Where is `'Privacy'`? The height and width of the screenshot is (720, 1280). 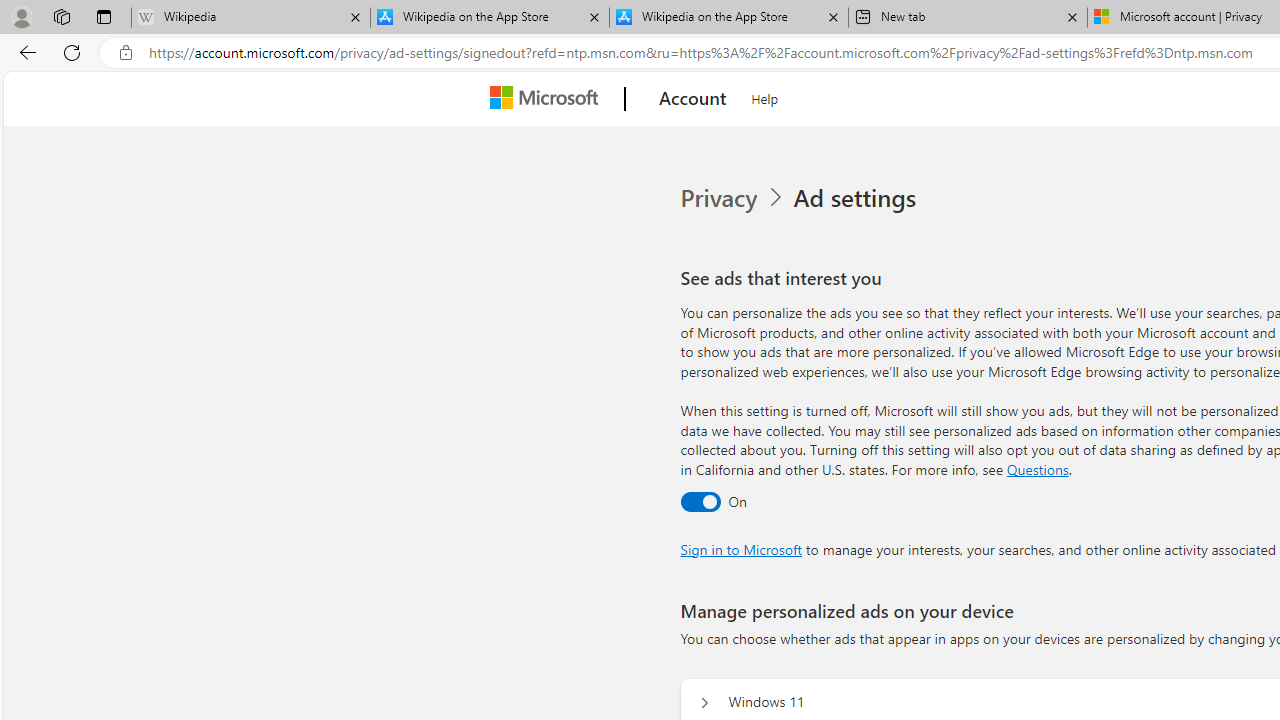 'Privacy' is located at coordinates (720, 198).